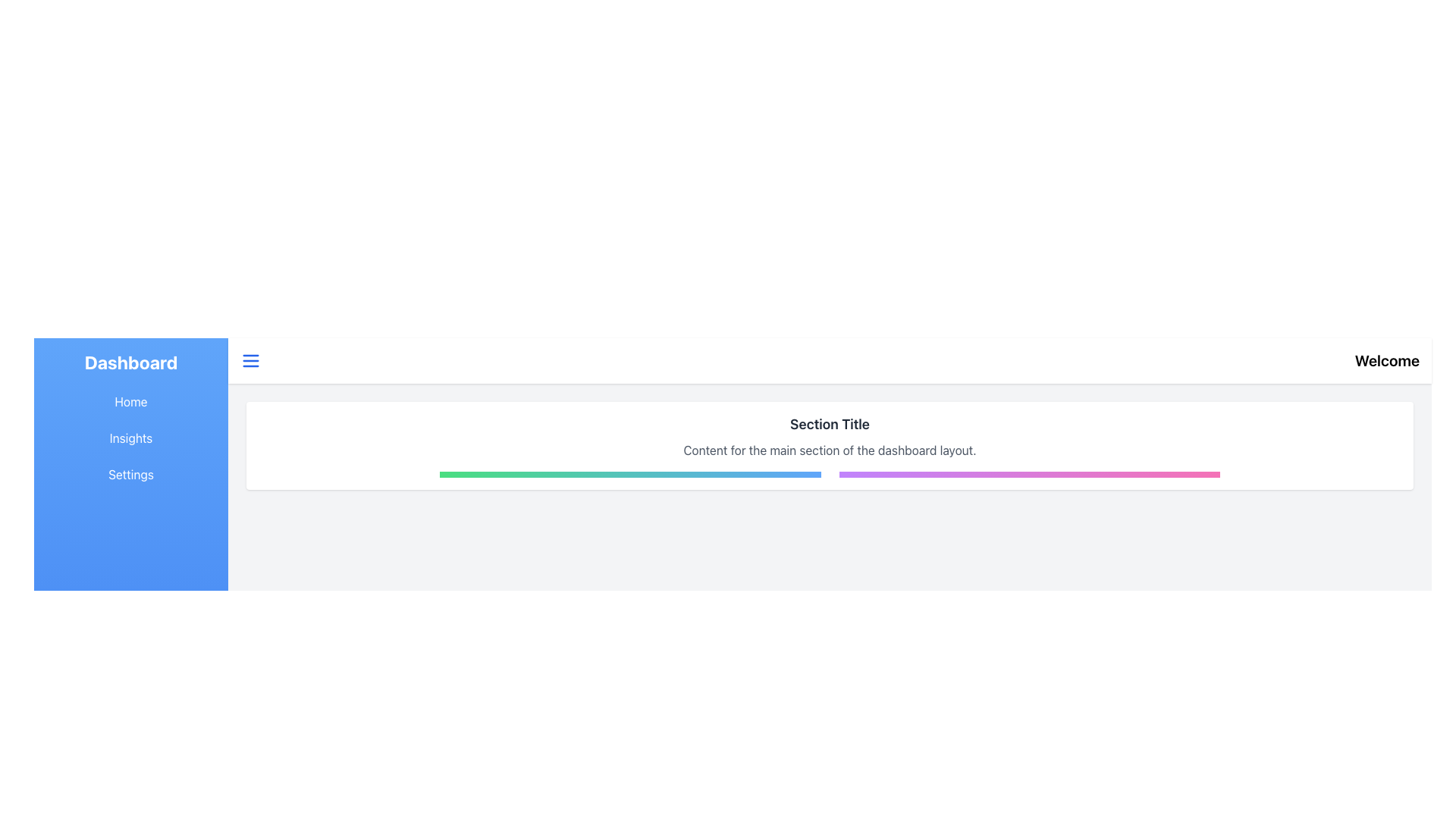 This screenshot has height=819, width=1456. I want to click on the bold, large-sized 'Dashboard' text label styled in white against a blue gradient background located at the top of the vertical sidebar on the left side of the interface, so click(130, 362).